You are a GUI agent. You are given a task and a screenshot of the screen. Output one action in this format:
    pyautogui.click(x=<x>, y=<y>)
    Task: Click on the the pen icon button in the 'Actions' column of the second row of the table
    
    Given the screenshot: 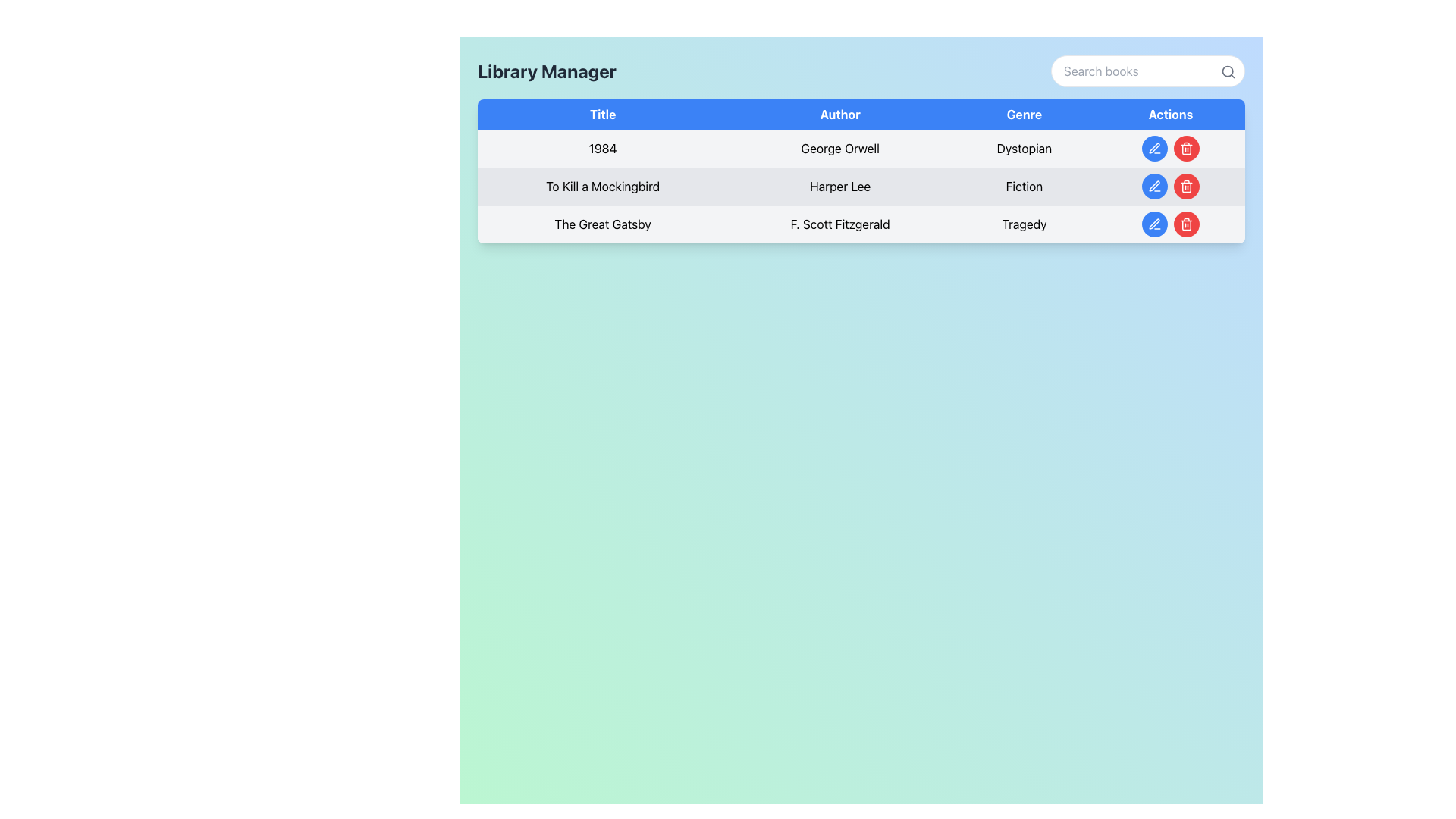 What is the action you would take?
    pyautogui.click(x=1153, y=186)
    